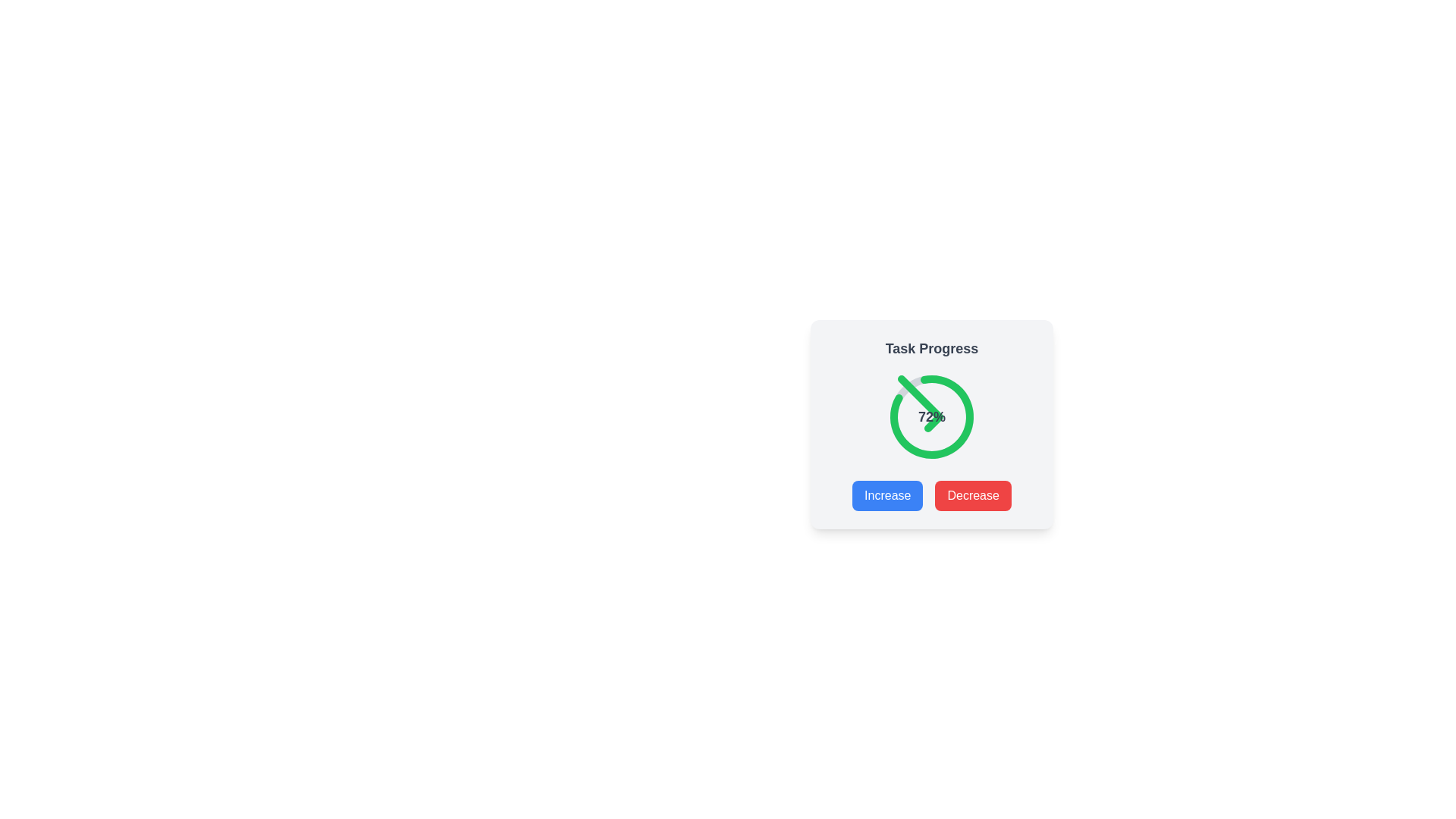 Image resolution: width=1456 pixels, height=819 pixels. Describe the element at coordinates (920, 403) in the screenshot. I see `the green diagonal checkmark-like graphic within the circular progress indicator labeled 'Task Progress'` at that location.